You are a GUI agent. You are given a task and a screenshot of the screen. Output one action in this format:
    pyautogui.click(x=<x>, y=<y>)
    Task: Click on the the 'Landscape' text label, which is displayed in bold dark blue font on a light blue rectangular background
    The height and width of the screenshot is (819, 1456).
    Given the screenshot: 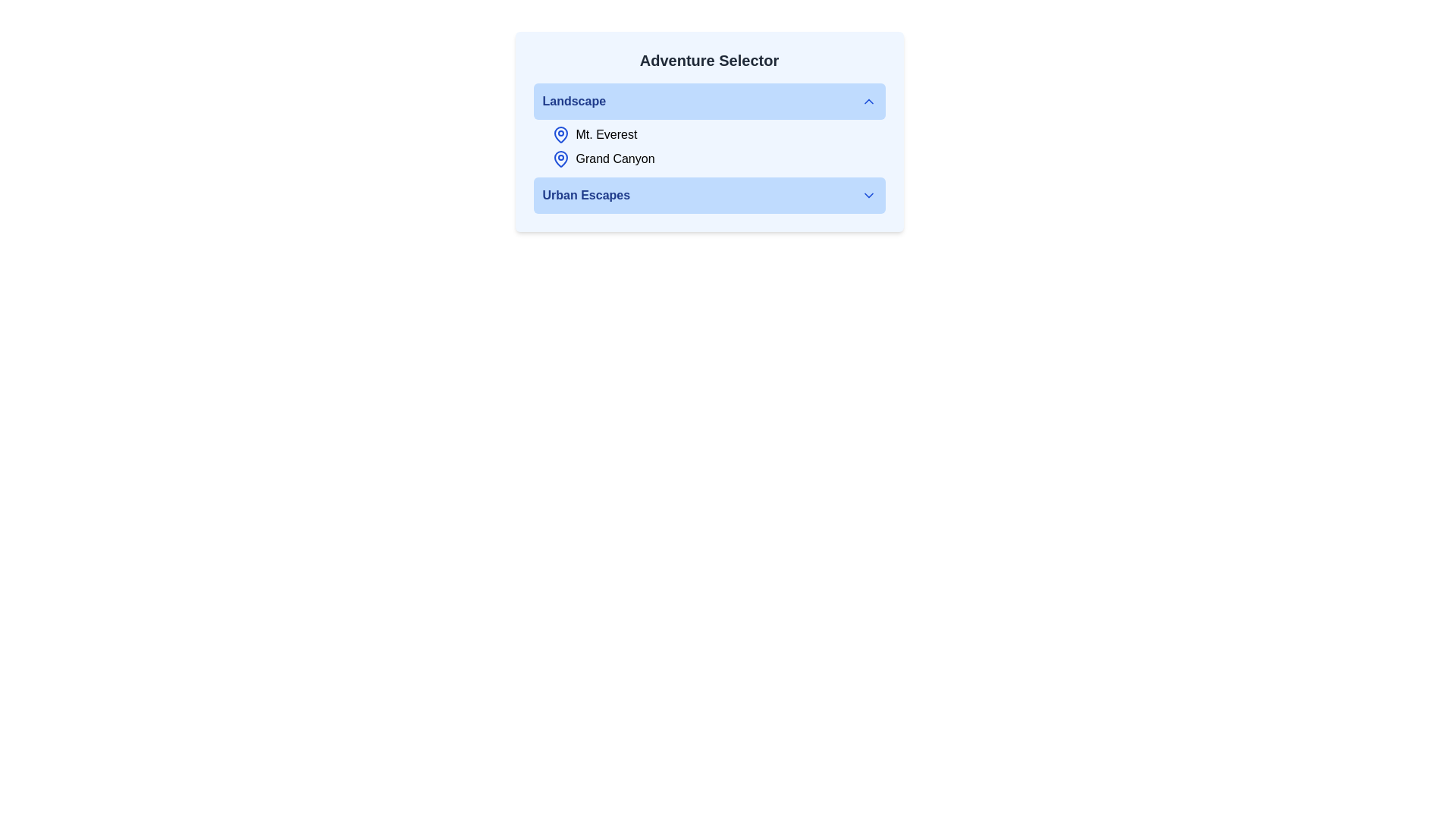 What is the action you would take?
    pyautogui.click(x=573, y=102)
    